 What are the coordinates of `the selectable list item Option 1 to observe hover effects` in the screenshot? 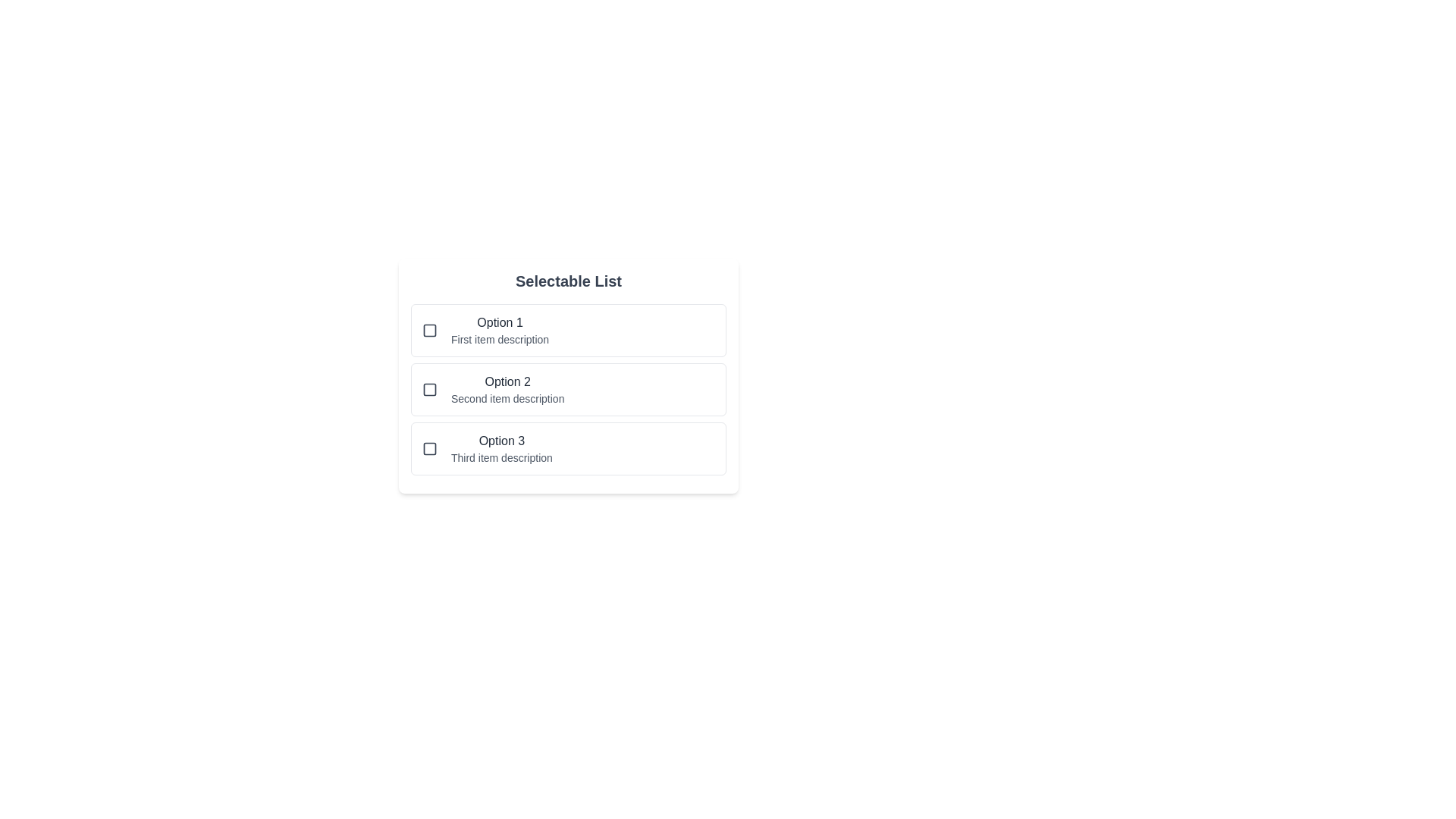 It's located at (567, 329).